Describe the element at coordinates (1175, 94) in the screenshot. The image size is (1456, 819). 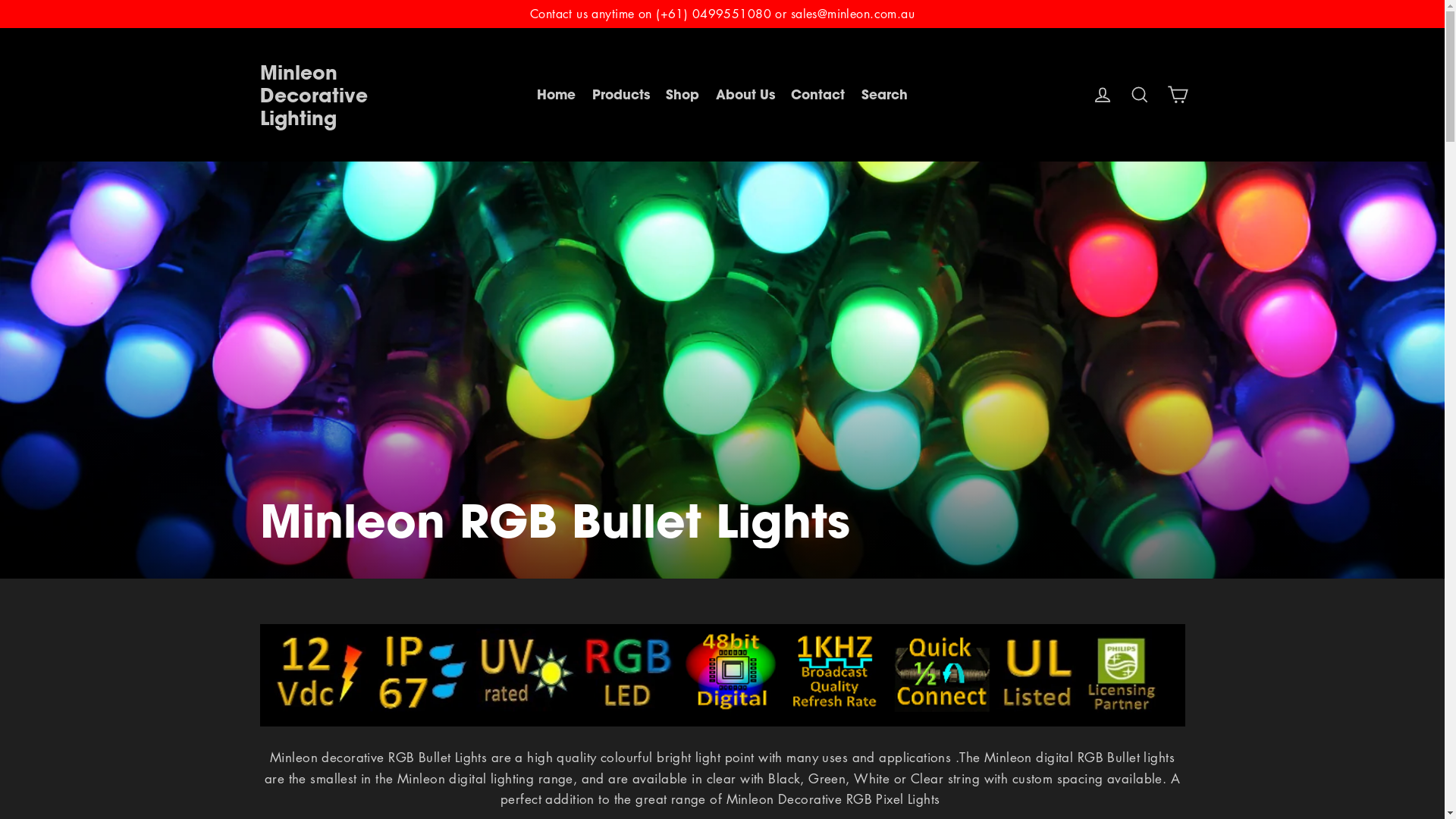
I see `'Cart'` at that location.